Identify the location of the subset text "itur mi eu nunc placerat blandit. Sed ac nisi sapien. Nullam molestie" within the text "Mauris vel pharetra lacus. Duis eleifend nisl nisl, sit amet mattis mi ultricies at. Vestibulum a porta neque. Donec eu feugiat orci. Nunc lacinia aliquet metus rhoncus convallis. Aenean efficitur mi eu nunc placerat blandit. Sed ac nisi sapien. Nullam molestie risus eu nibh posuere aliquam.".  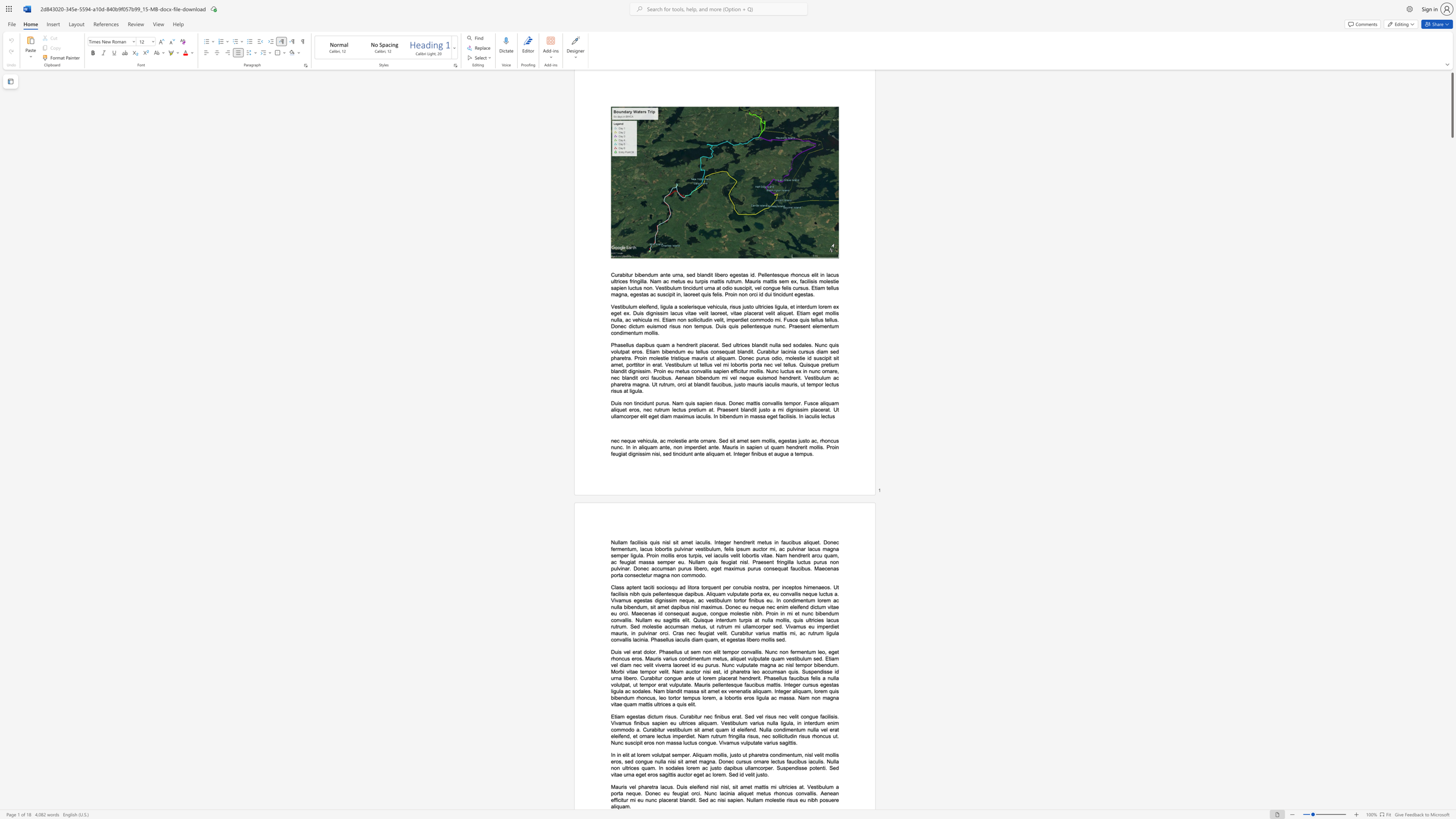
(620, 800).